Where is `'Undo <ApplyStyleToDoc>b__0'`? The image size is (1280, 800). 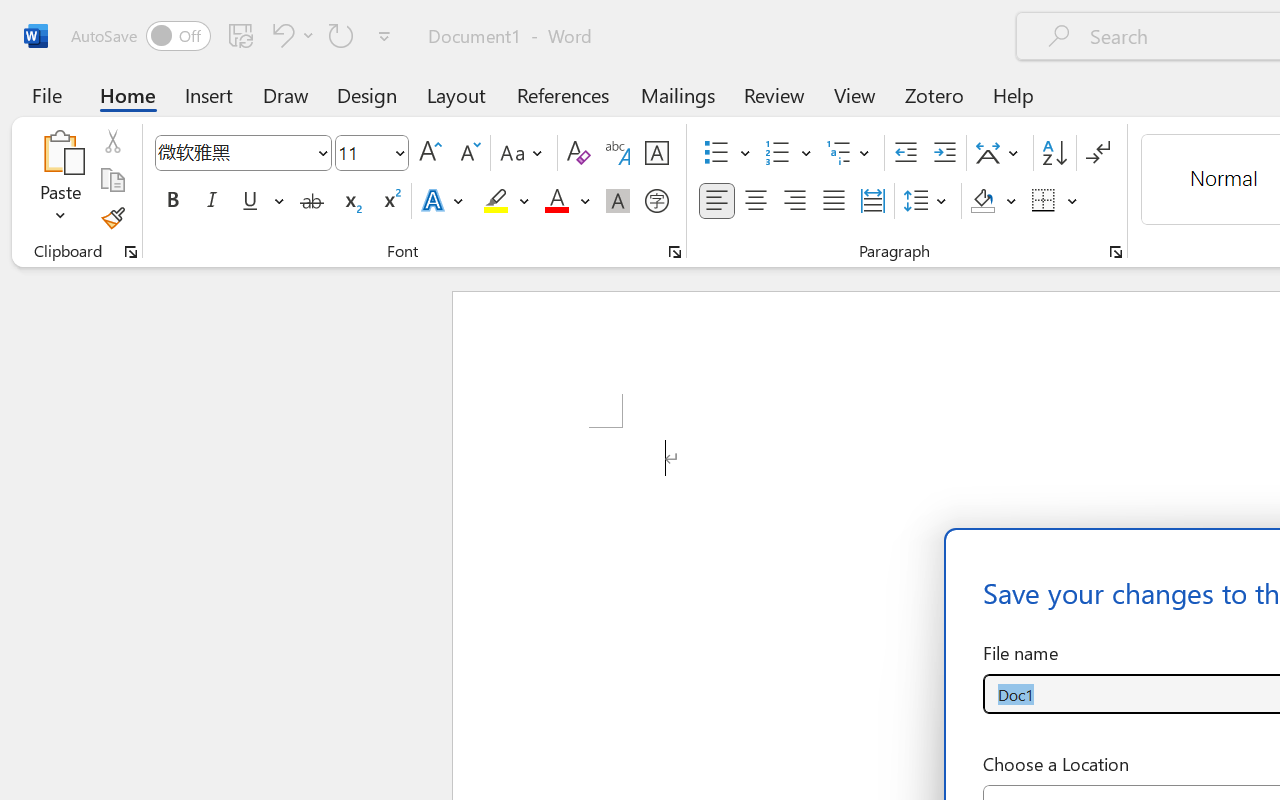
'Undo <ApplyStyleToDoc>b__0' is located at coordinates (289, 34).